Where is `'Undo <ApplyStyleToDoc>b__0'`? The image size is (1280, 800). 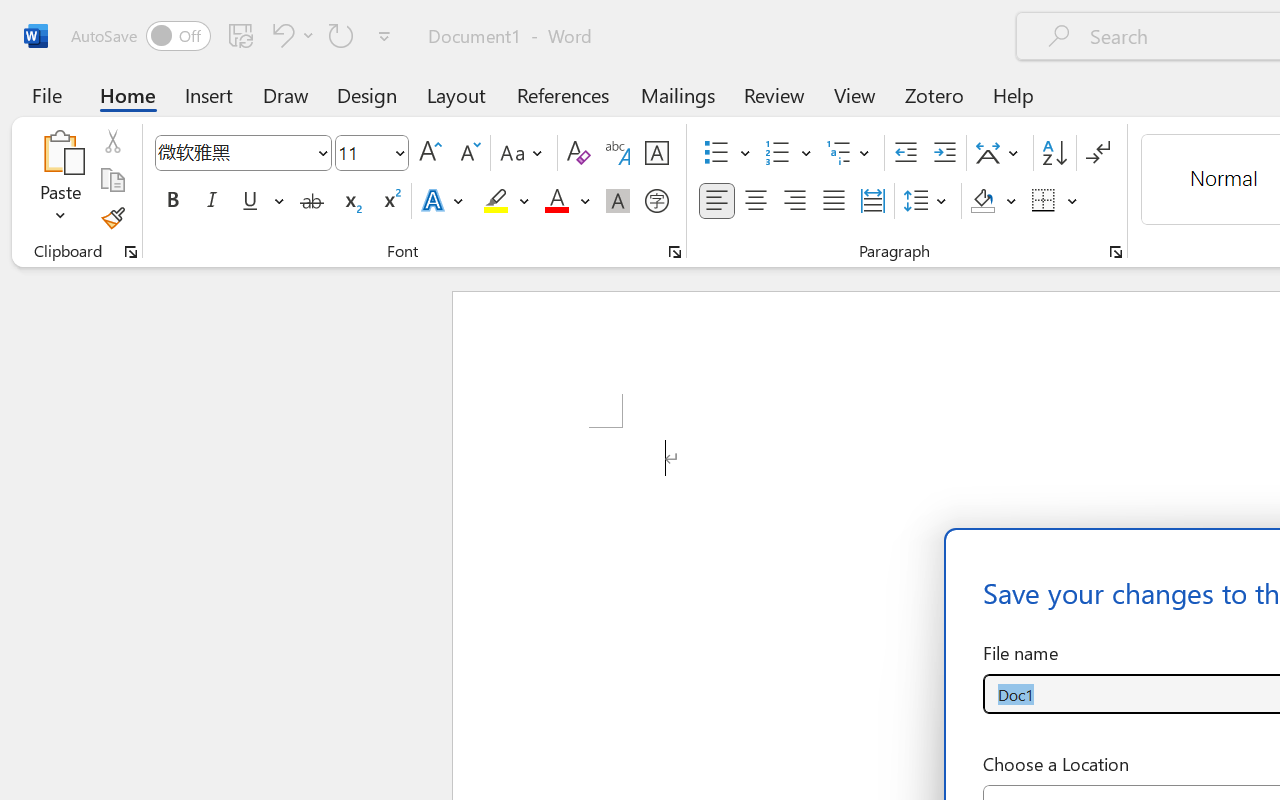
'Undo <ApplyStyleToDoc>b__0' is located at coordinates (289, 34).